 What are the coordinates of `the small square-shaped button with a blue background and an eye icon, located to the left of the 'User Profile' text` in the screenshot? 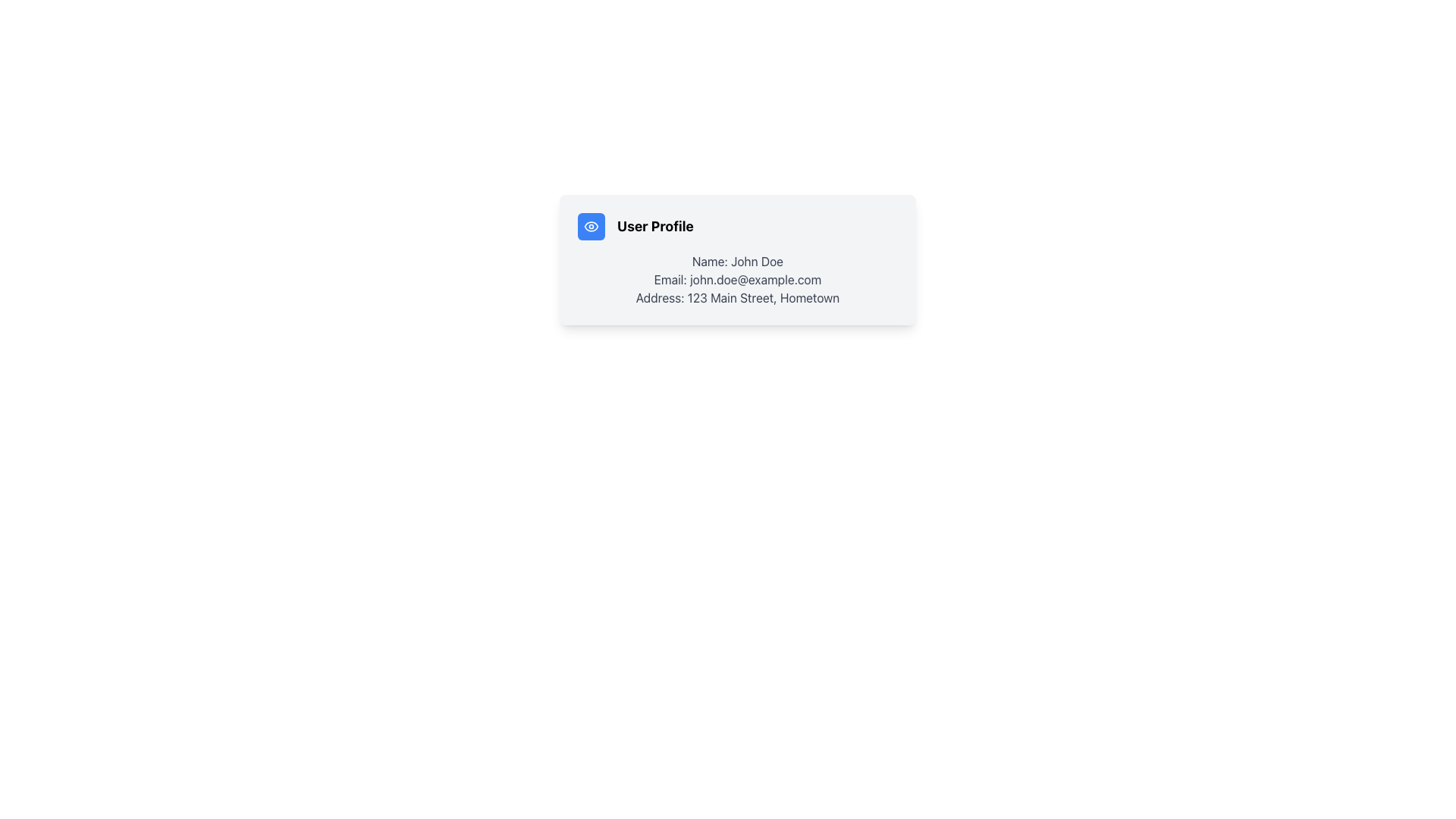 It's located at (590, 227).